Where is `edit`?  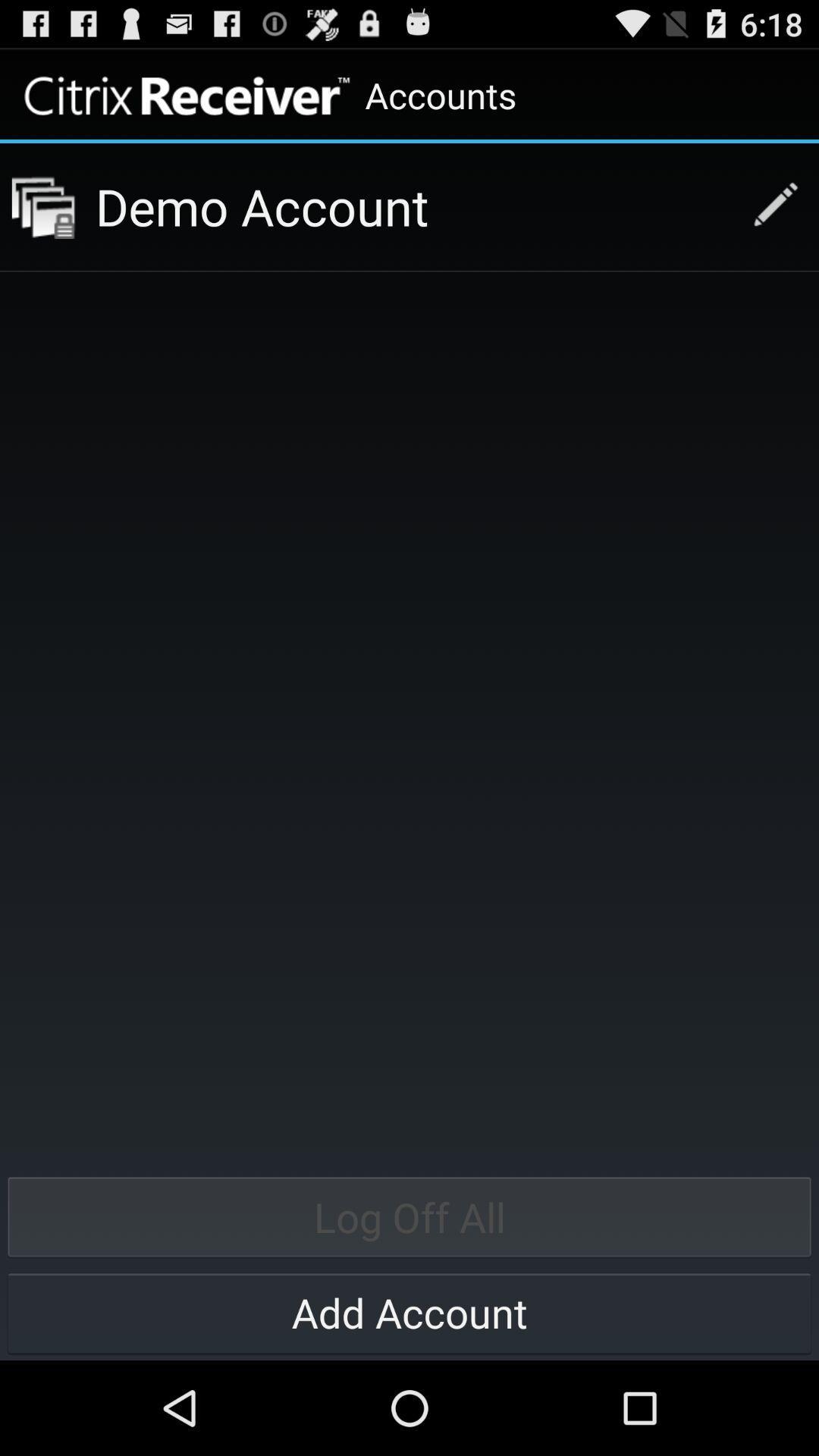
edit is located at coordinates (767, 206).